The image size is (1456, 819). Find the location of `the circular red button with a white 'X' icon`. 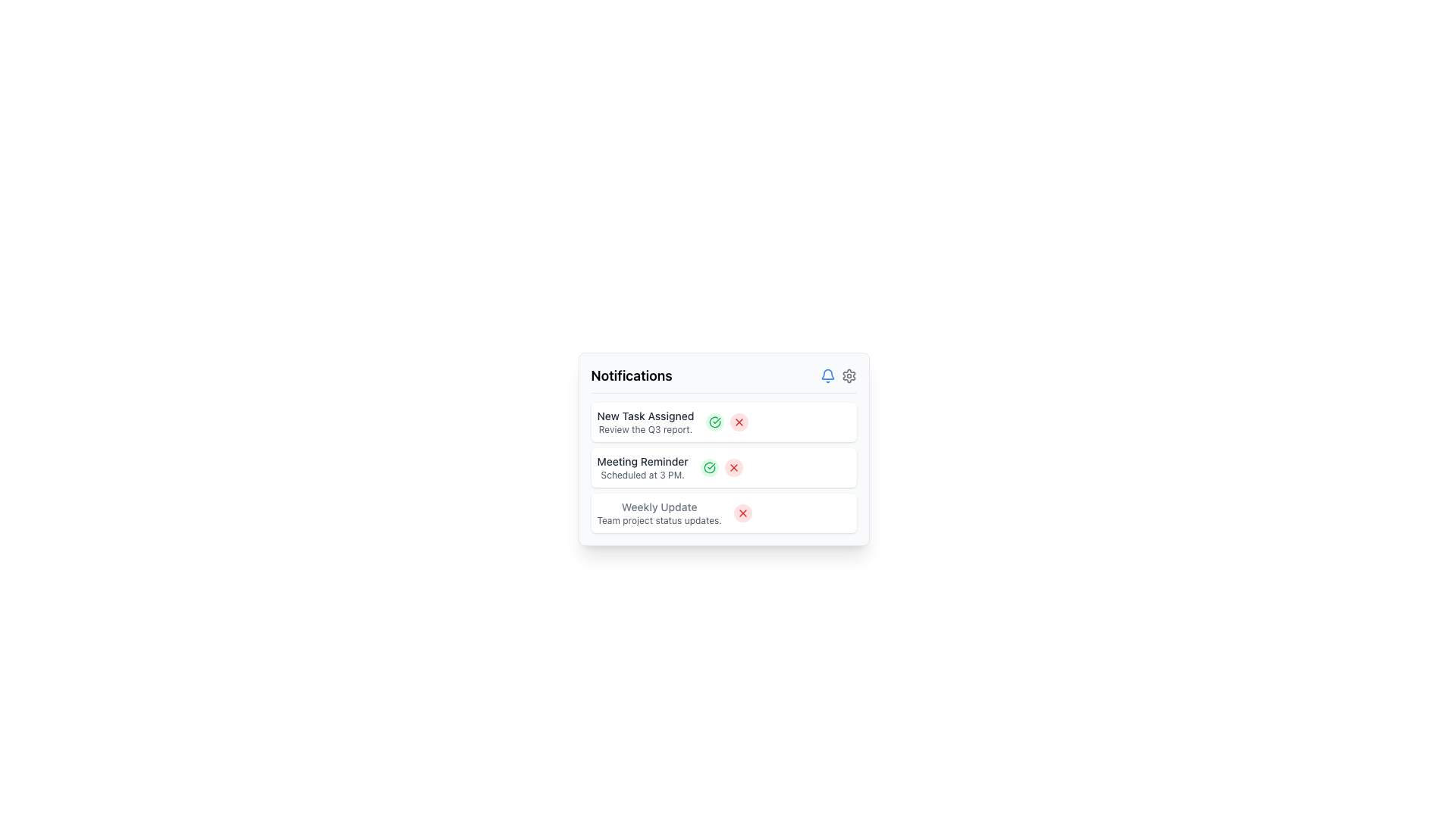

the circular red button with a white 'X' icon is located at coordinates (739, 422).